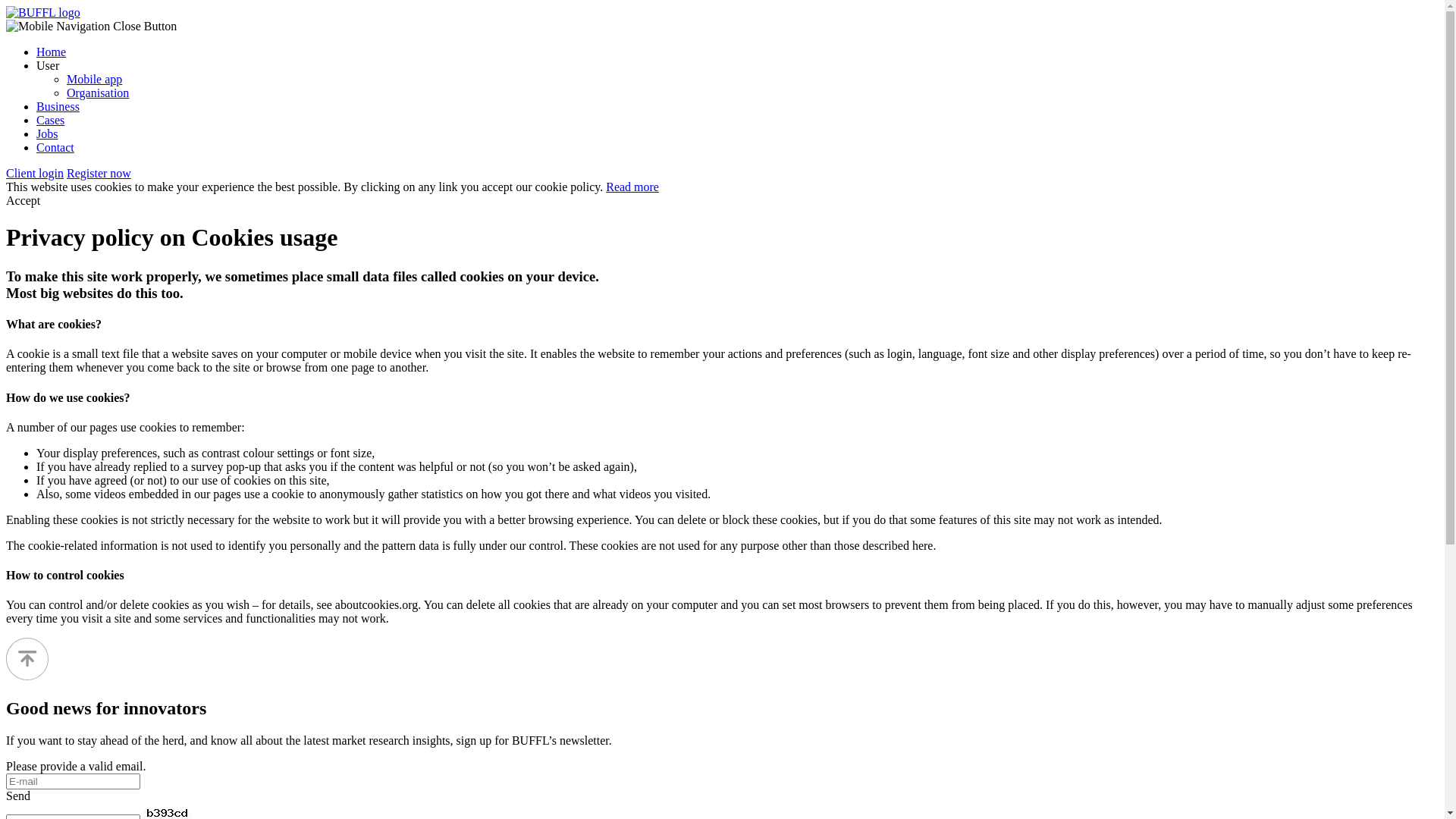 Image resolution: width=1456 pixels, height=819 pixels. What do you see at coordinates (65, 79) in the screenshot?
I see `'Mobile app'` at bounding box center [65, 79].